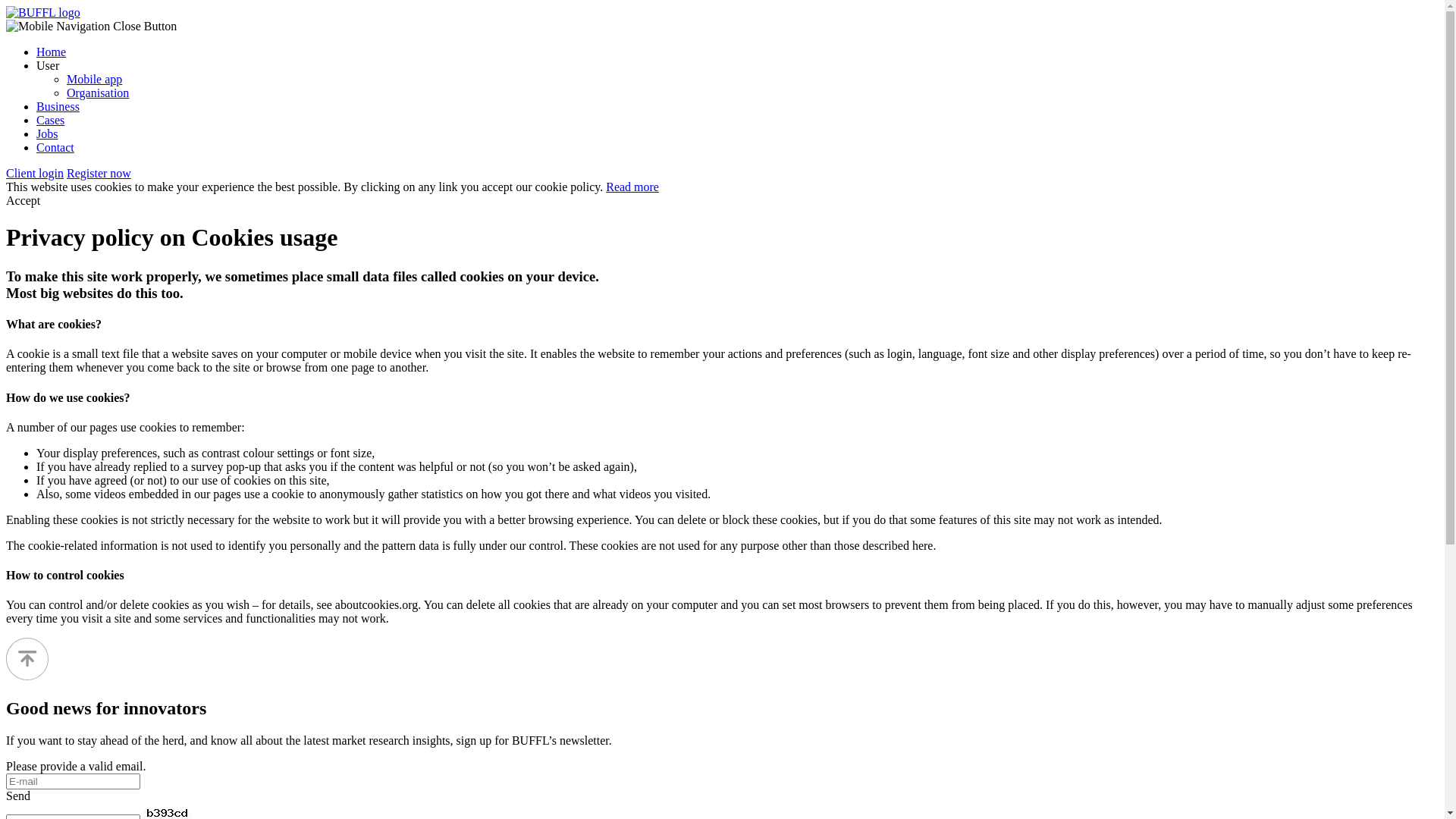 Image resolution: width=1456 pixels, height=819 pixels. What do you see at coordinates (65, 79) in the screenshot?
I see `'Mobile app'` at bounding box center [65, 79].